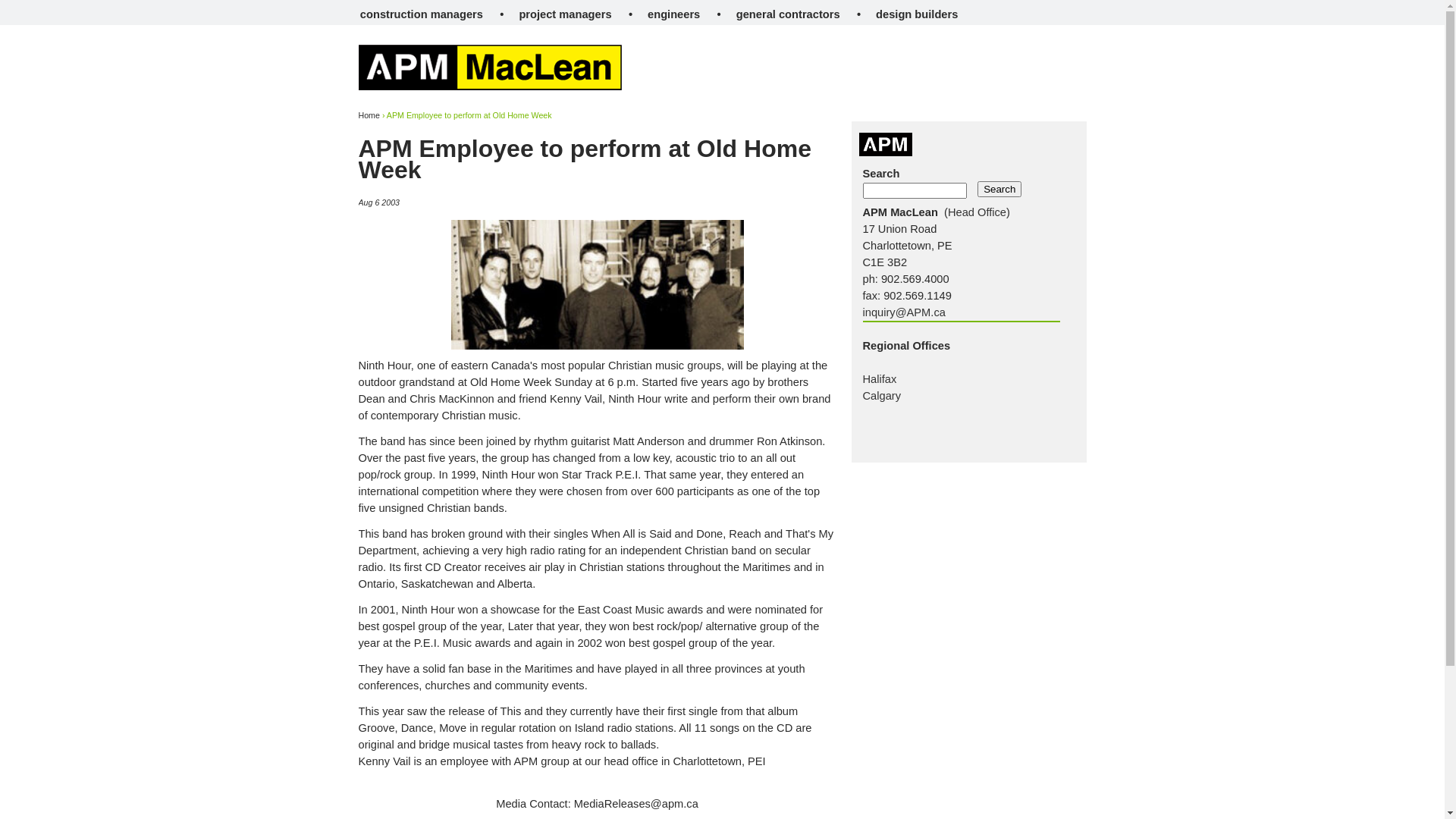  Describe the element at coordinates (422, 14) in the screenshot. I see `'construction managers'` at that location.